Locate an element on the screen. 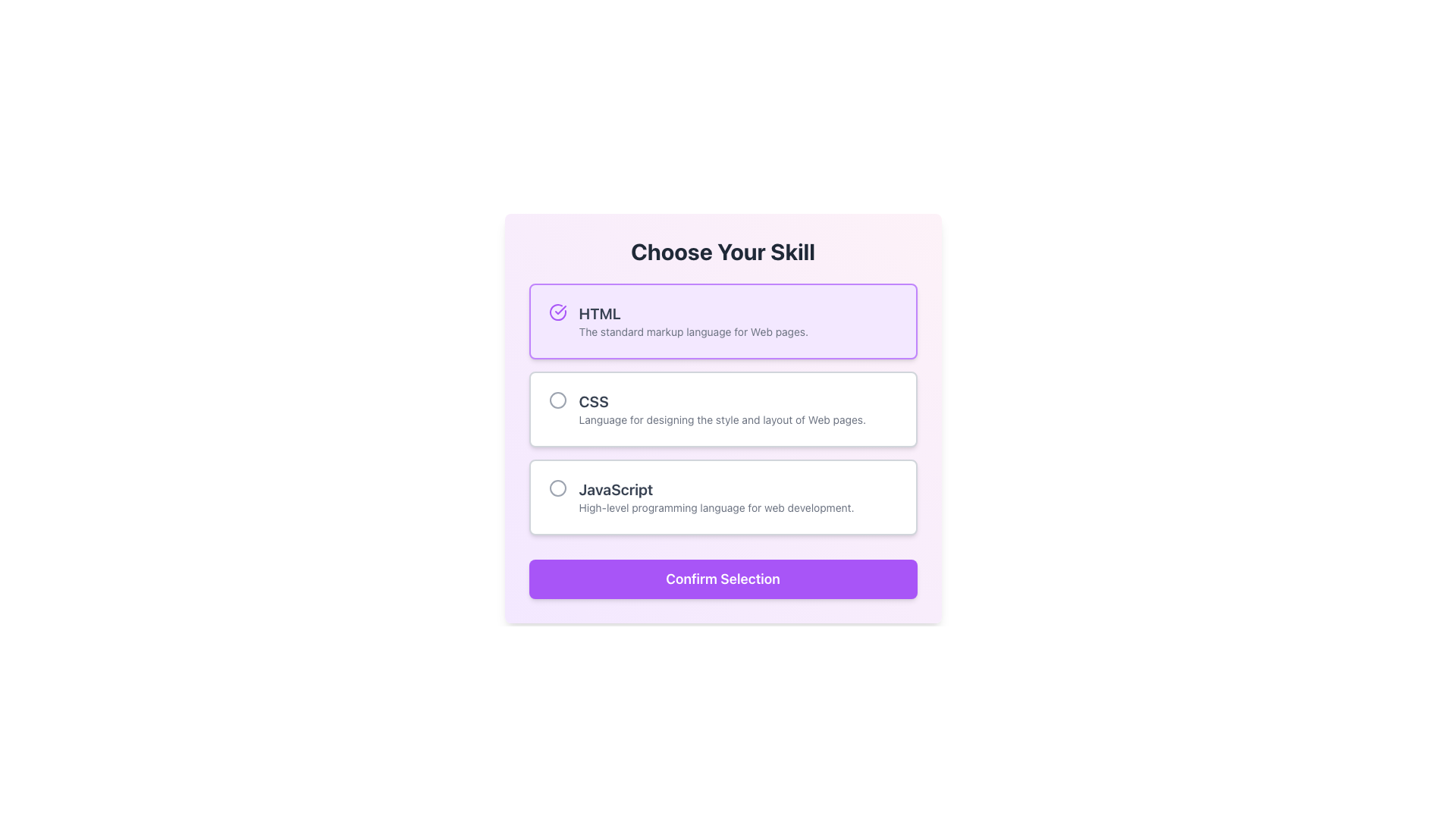  the small circular icon with a gray border located at the top-left corner of the 'JavaScript' card, adjacent to the label 'JavaScript' is located at coordinates (557, 488).